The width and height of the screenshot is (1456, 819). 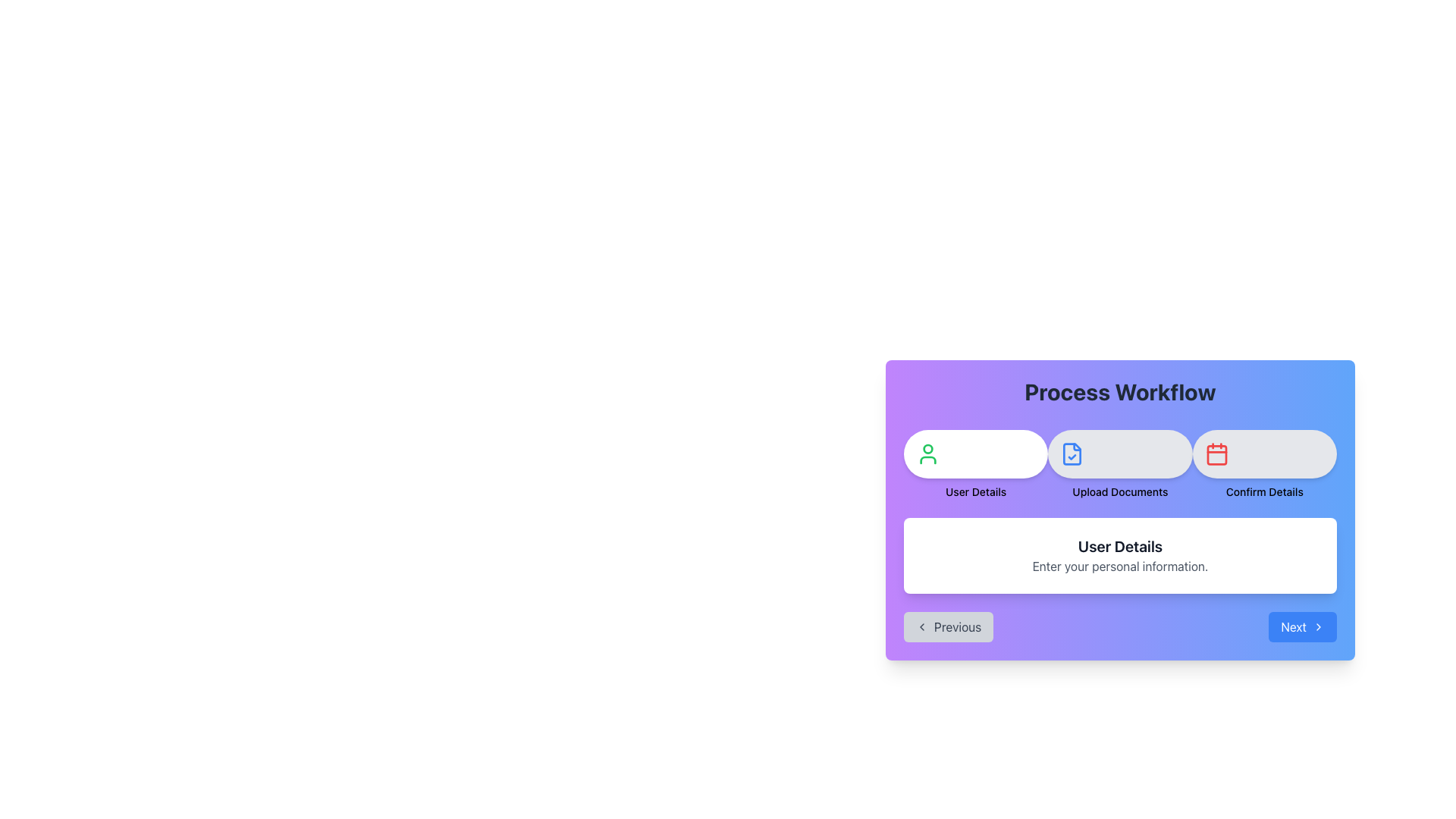 I want to click on the button representing the document upload step in the workflow process, so click(x=1120, y=464).